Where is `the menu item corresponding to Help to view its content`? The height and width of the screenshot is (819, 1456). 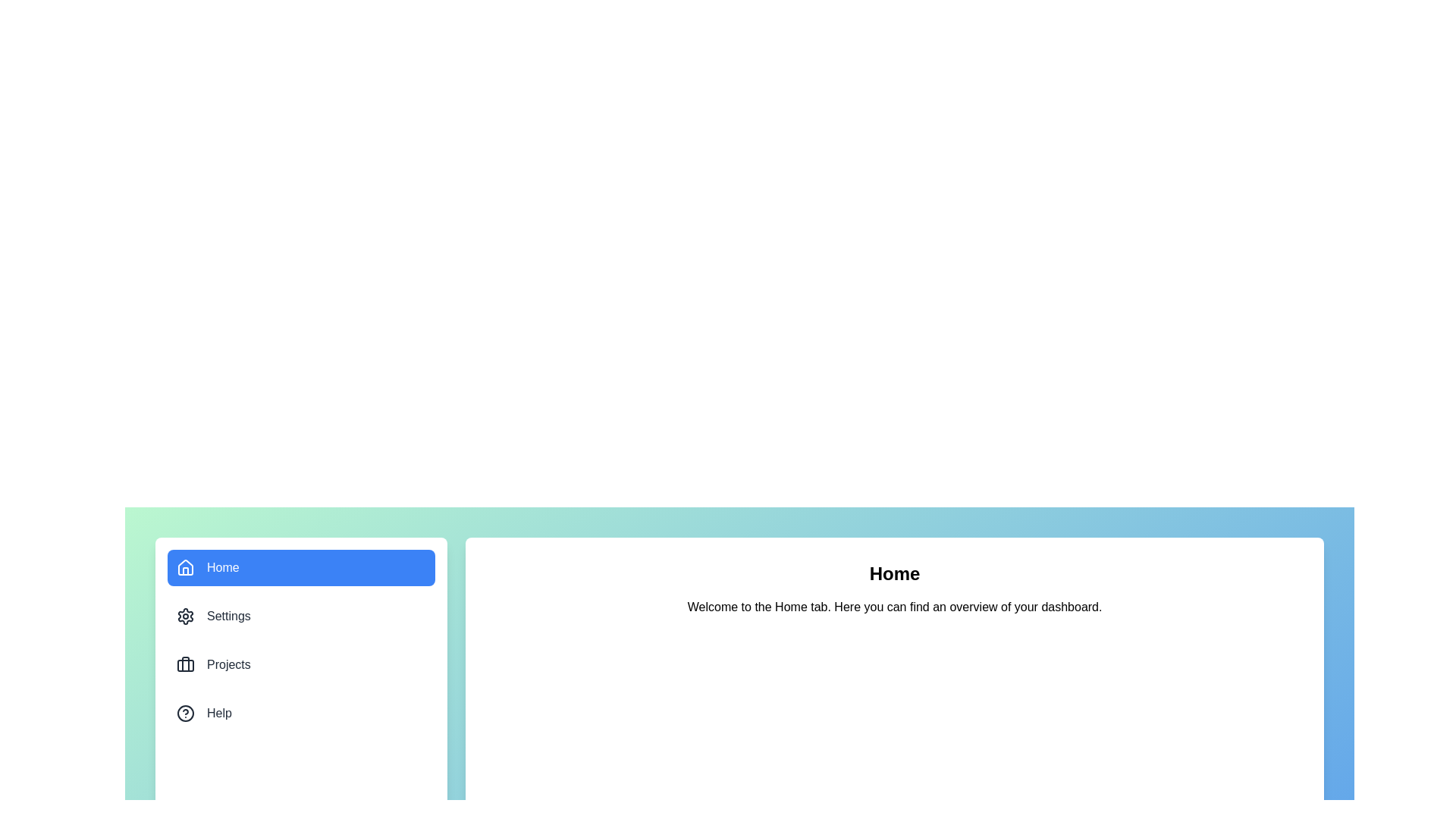 the menu item corresponding to Help to view its content is located at coordinates (301, 714).